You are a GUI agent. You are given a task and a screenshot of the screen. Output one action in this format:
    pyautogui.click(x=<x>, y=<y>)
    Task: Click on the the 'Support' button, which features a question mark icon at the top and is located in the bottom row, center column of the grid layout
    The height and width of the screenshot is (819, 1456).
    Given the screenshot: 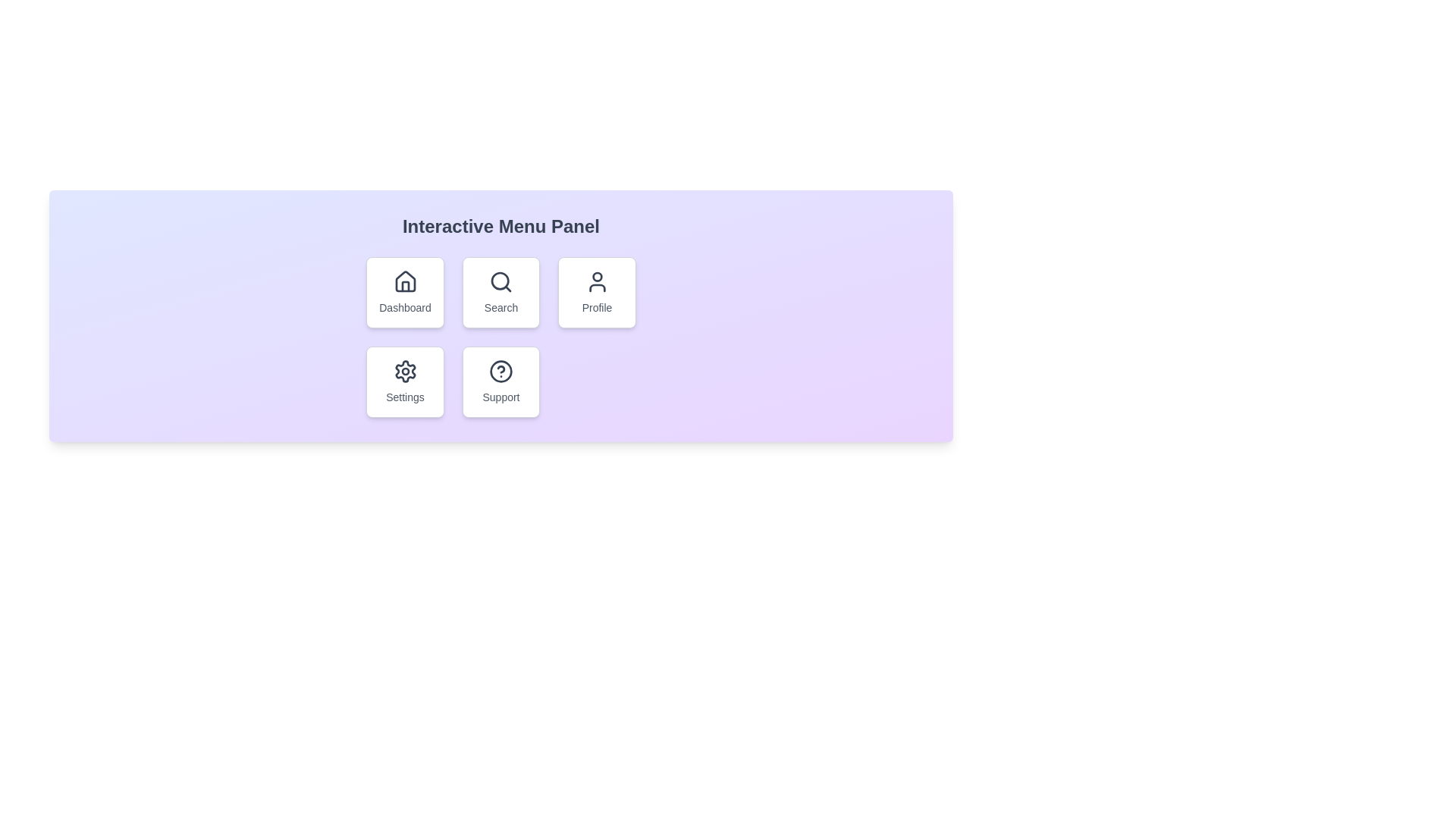 What is the action you would take?
    pyautogui.click(x=501, y=381)
    